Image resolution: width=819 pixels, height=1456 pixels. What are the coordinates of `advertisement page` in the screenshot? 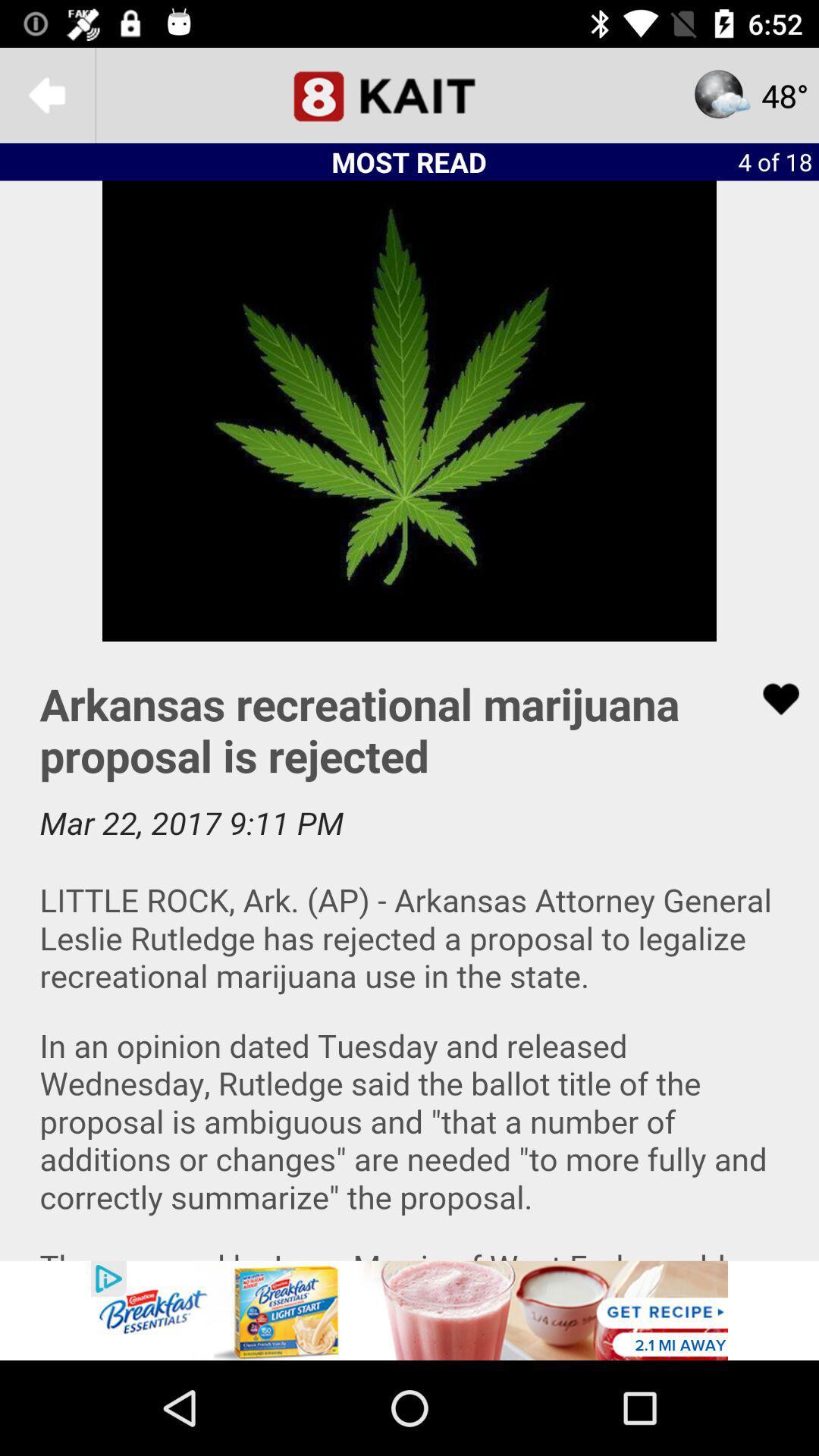 It's located at (409, 1310).